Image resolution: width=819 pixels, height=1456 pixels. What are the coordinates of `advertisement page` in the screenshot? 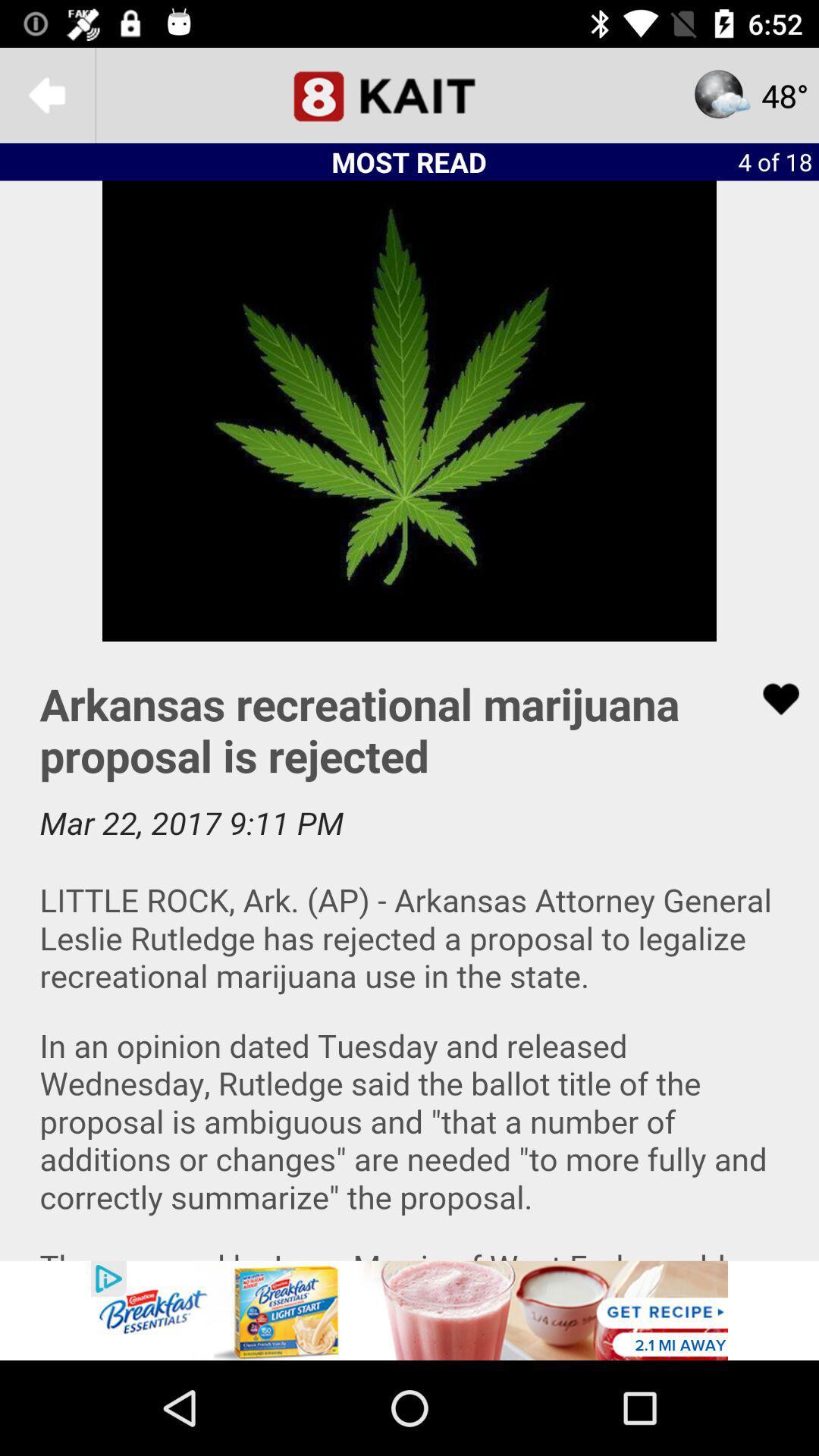 It's located at (409, 1310).